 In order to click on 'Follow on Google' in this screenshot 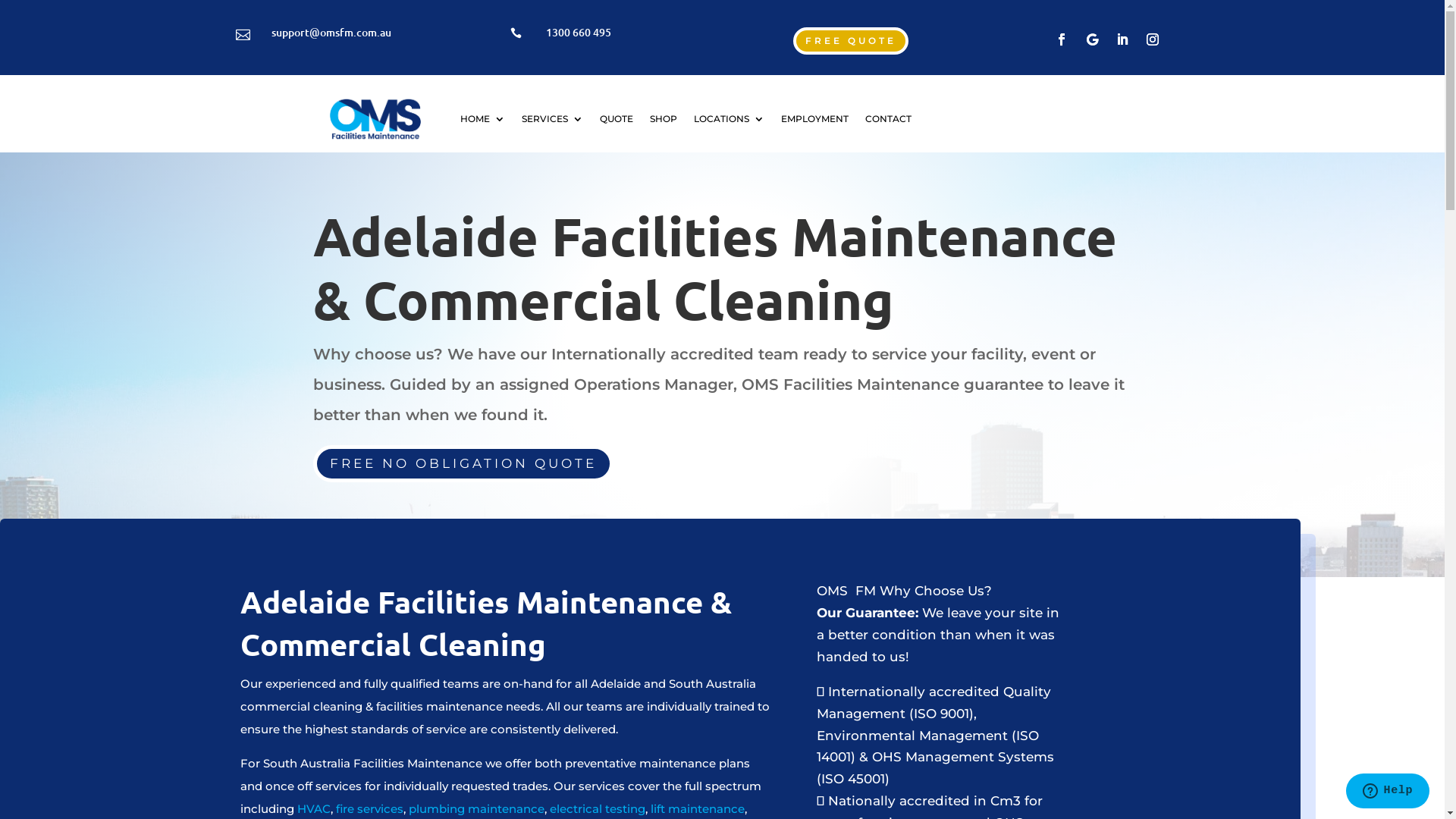, I will do `click(1079, 38)`.